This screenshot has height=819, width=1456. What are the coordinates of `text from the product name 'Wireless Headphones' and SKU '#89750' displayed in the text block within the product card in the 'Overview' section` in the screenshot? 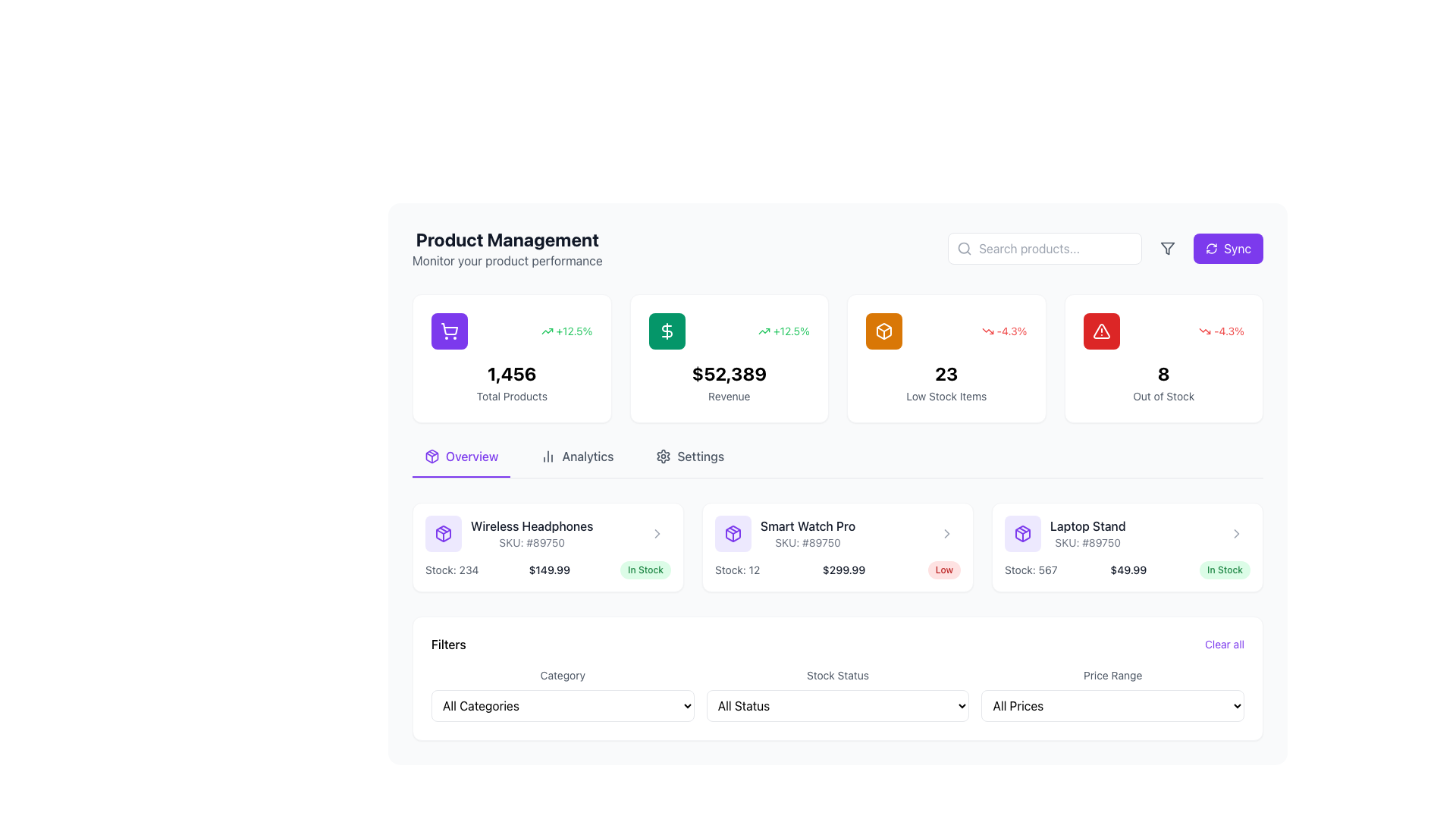 It's located at (509, 533).